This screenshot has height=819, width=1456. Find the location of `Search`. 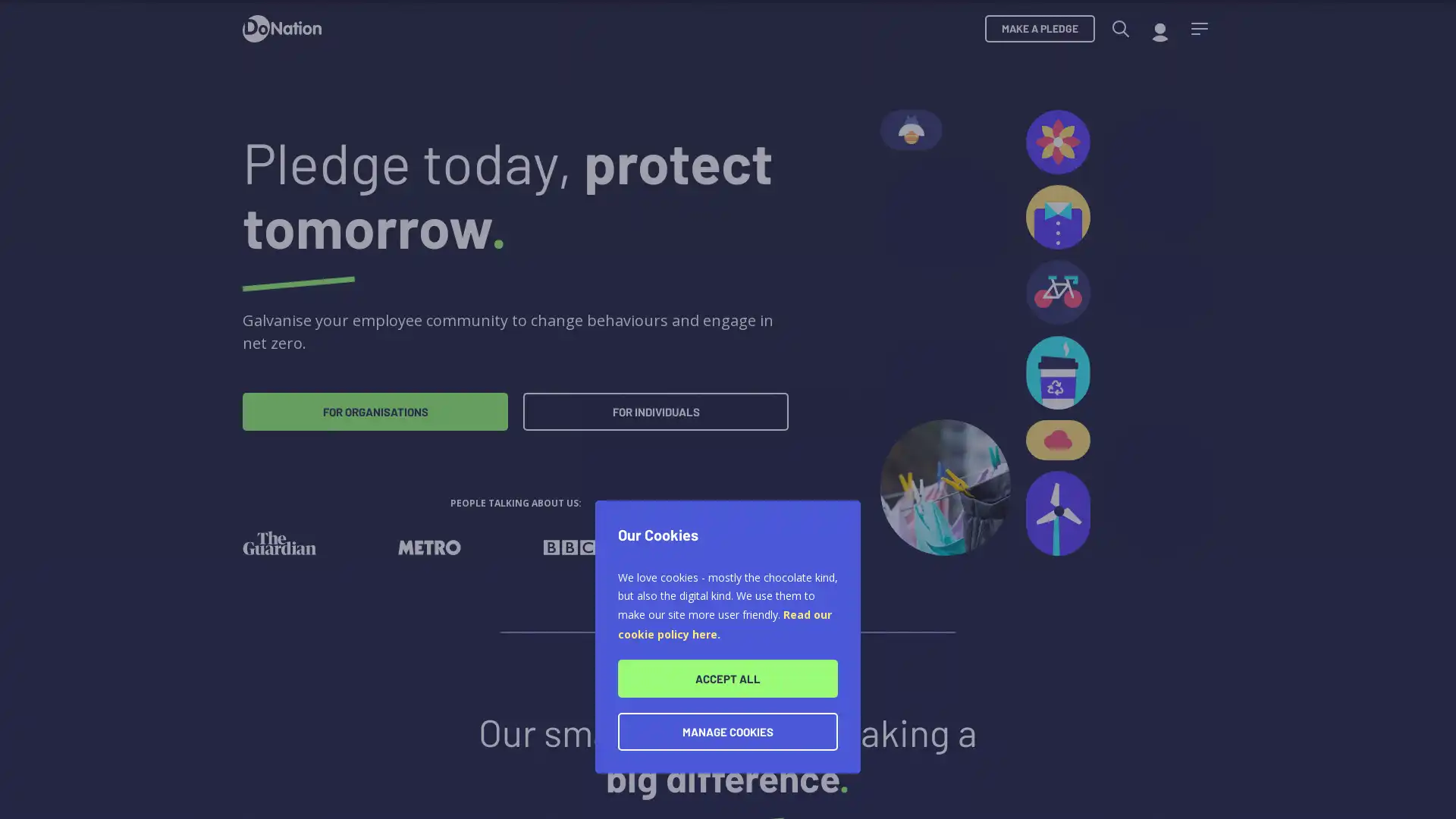

Search is located at coordinates (1121, 29).